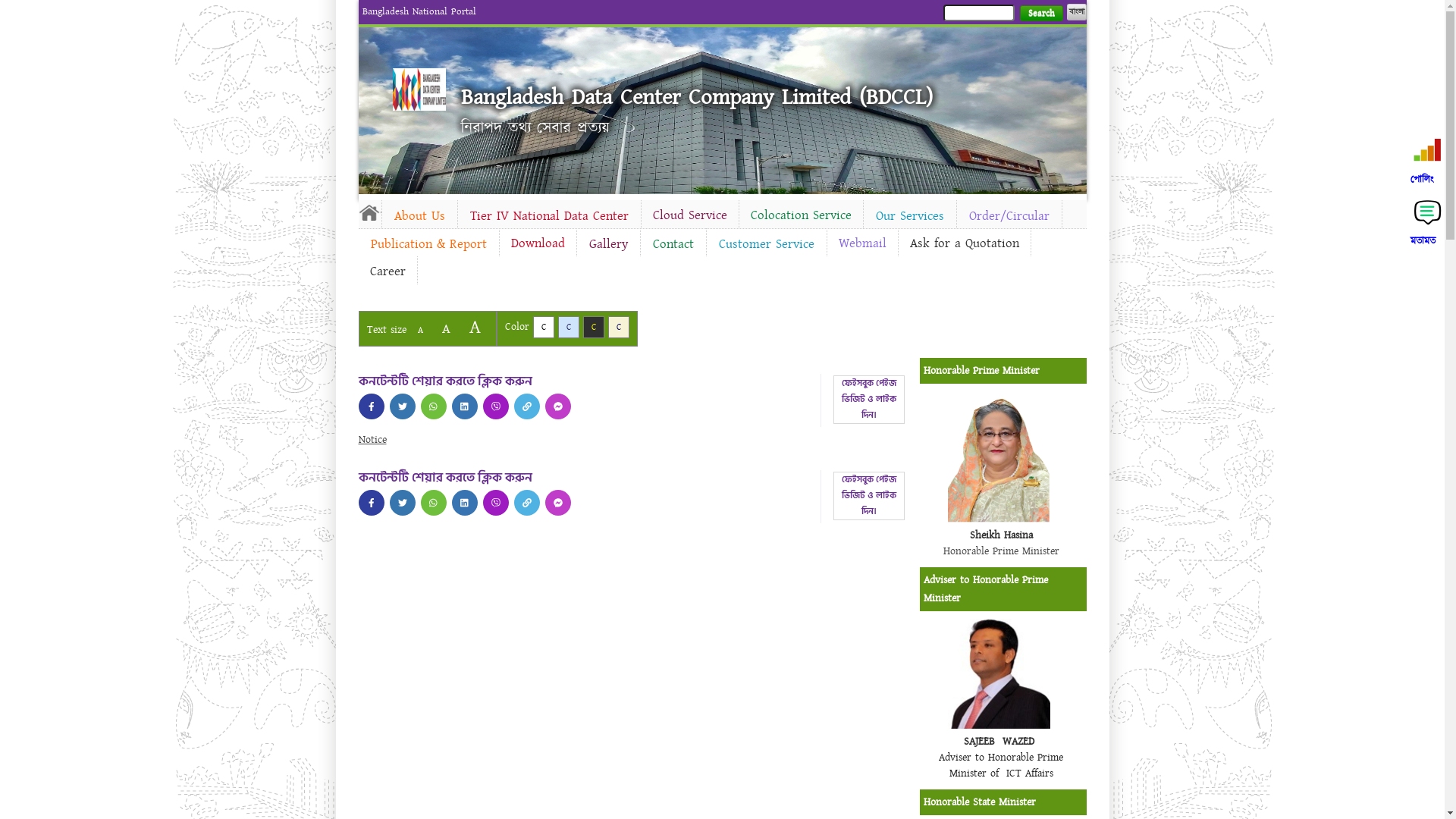 The width and height of the screenshot is (1456, 819). I want to click on 'Our Services', so click(909, 216).